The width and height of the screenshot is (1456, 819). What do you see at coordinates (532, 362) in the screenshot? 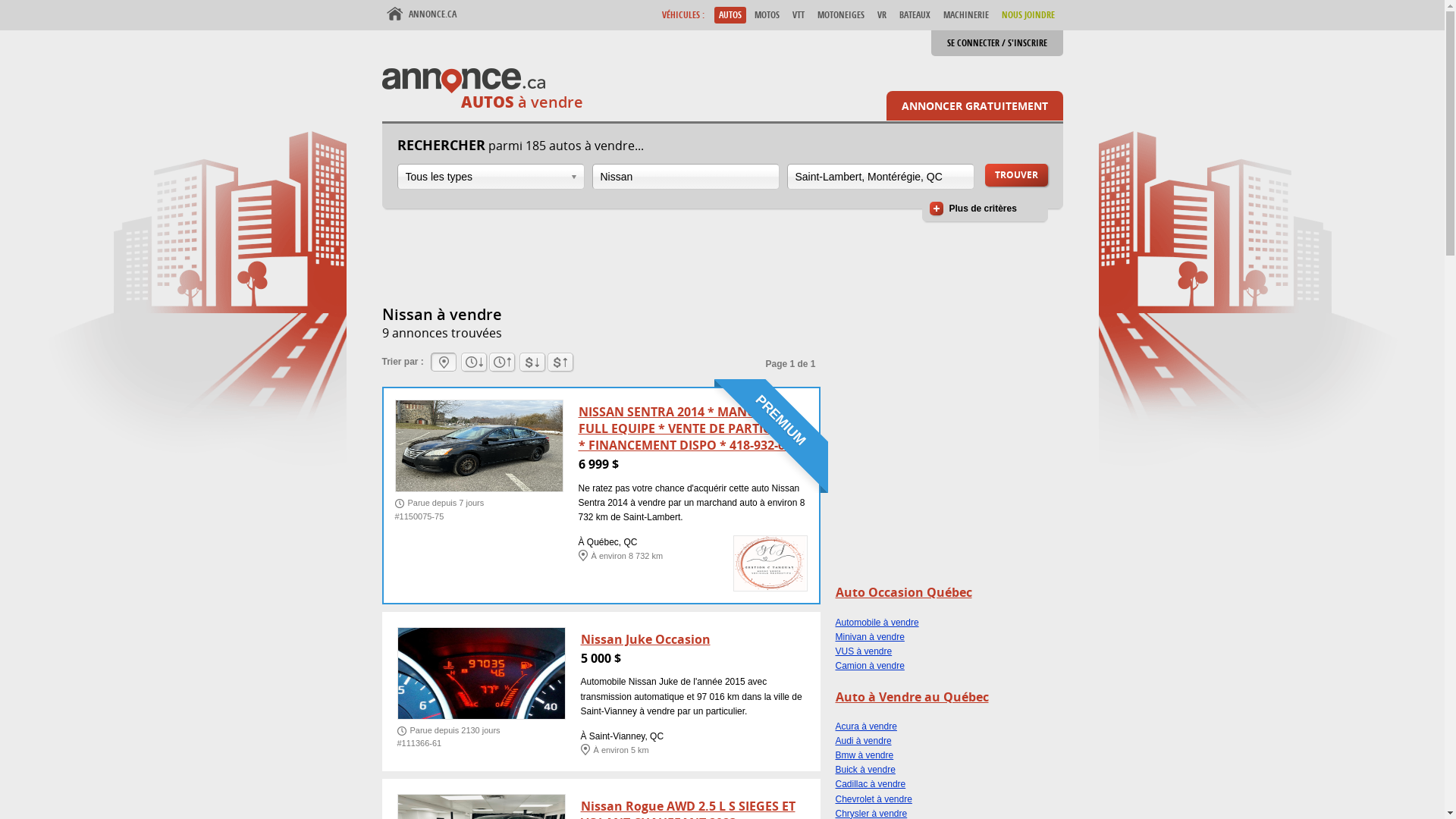
I see `'Prix croissant'` at bounding box center [532, 362].